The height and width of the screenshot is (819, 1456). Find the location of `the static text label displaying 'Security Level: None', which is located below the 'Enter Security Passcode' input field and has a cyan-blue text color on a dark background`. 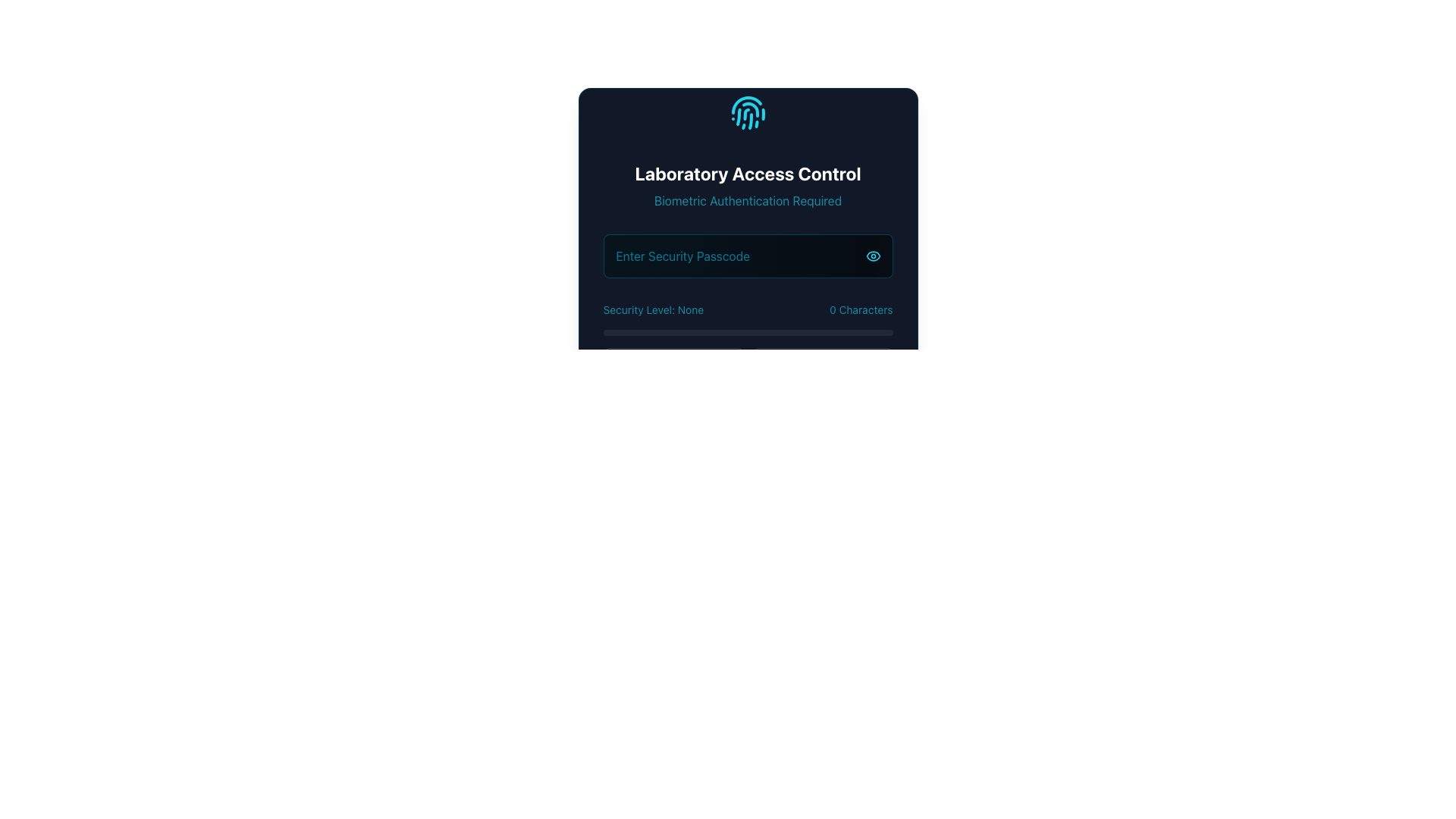

the static text label displaying 'Security Level: None', which is located below the 'Enter Security Passcode' input field and has a cyan-blue text color on a dark background is located at coordinates (653, 309).